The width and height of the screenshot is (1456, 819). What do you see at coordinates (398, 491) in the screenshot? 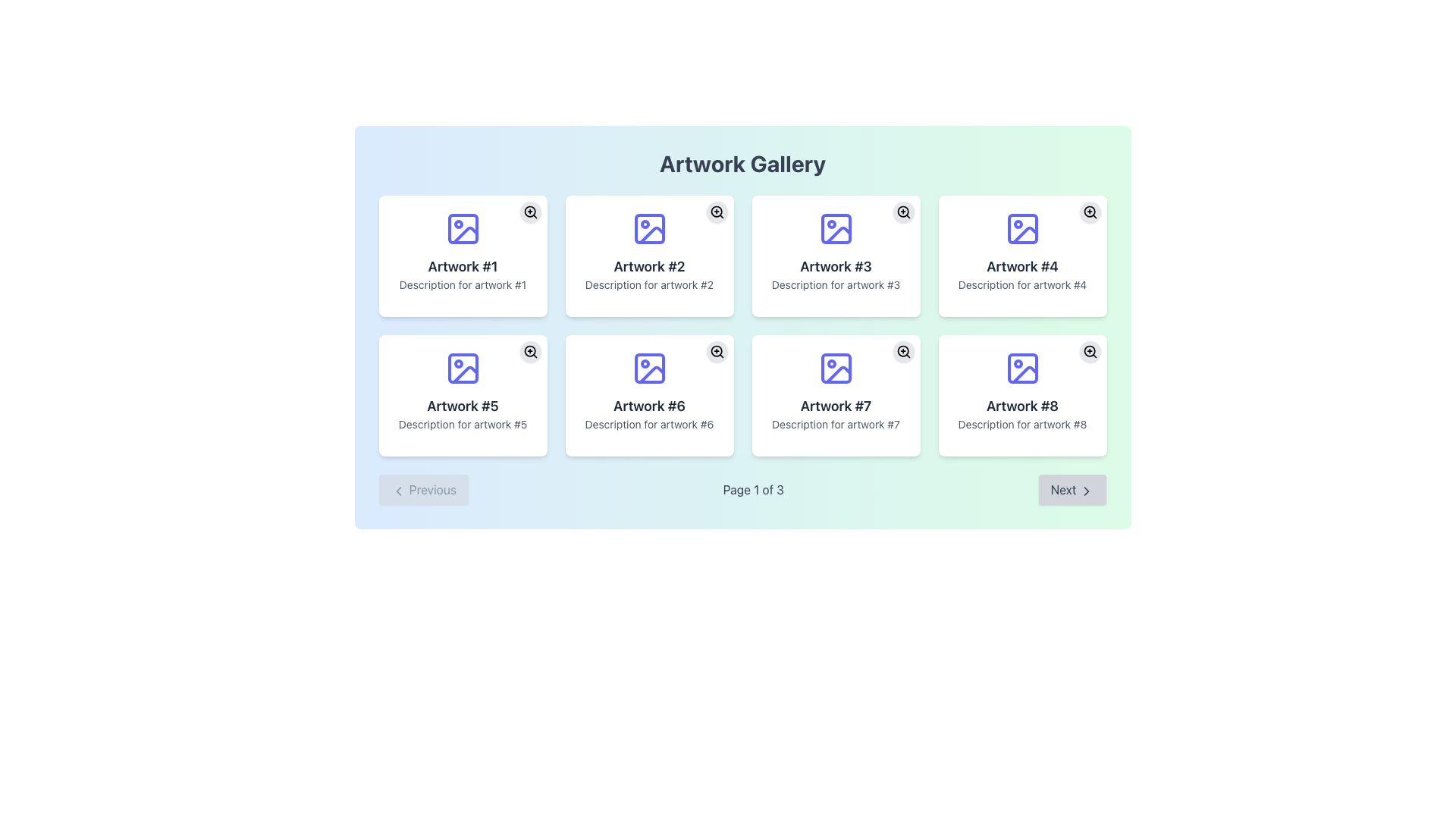
I see `the left-pointing chevron icon within the 'Previous' button, which is styled gray and located at the bottom left corner of the interface` at bounding box center [398, 491].